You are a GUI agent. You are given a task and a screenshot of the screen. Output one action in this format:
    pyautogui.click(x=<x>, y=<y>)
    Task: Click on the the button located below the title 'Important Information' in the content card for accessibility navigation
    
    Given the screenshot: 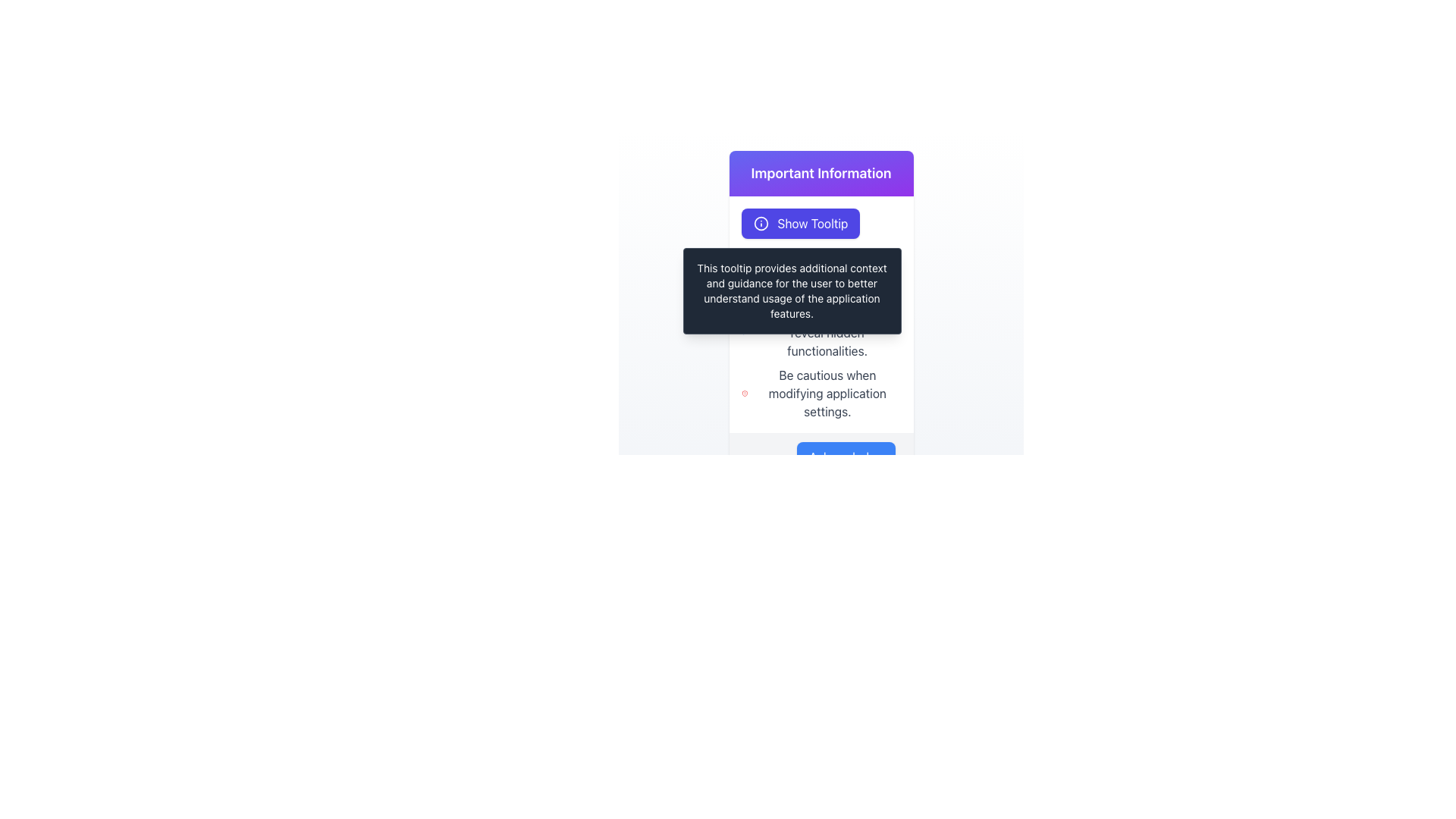 What is the action you would take?
    pyautogui.click(x=821, y=223)
    